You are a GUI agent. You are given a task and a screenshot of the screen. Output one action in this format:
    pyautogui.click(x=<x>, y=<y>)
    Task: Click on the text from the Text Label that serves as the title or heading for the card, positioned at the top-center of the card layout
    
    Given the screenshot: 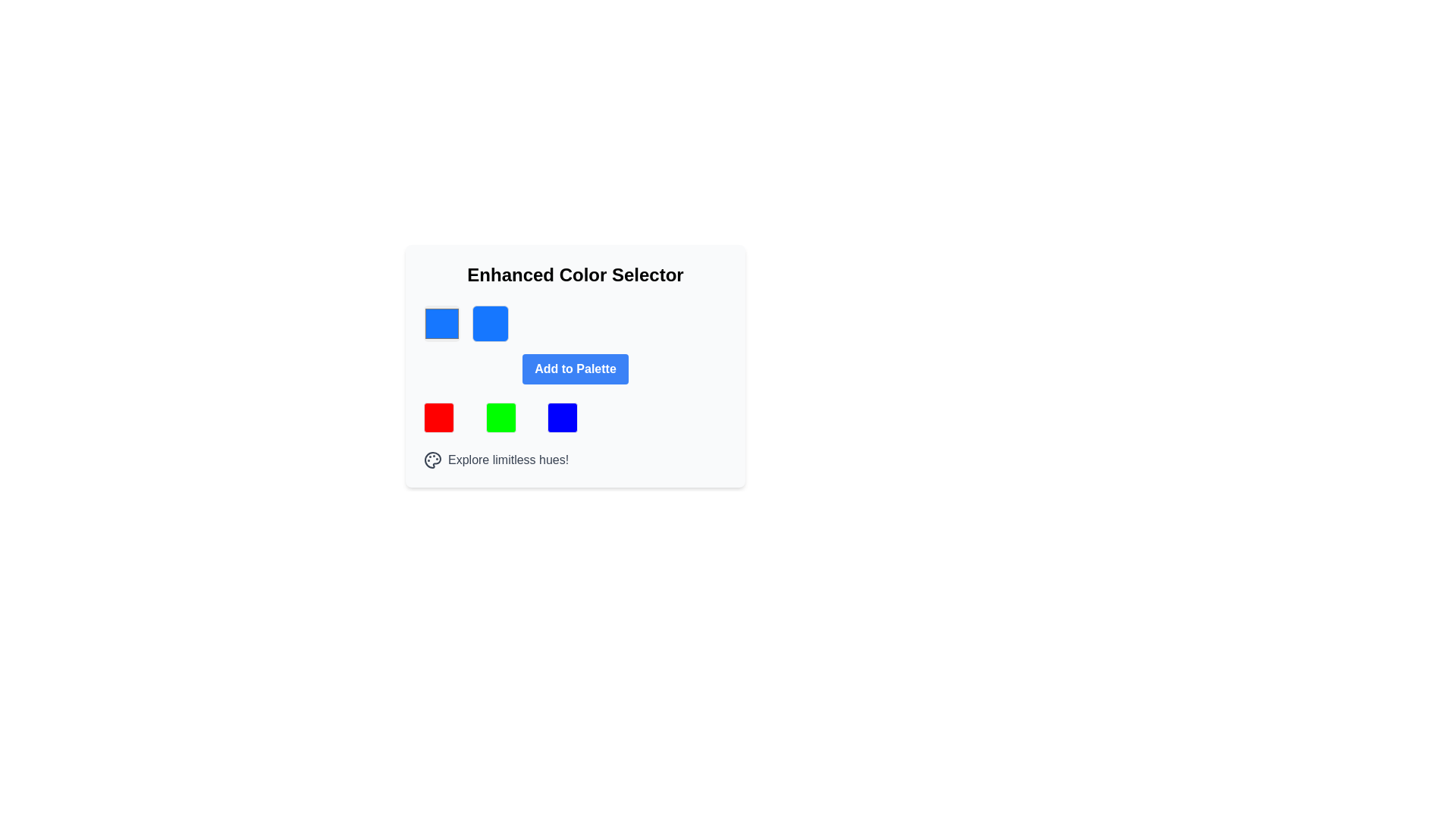 What is the action you would take?
    pyautogui.click(x=574, y=275)
    